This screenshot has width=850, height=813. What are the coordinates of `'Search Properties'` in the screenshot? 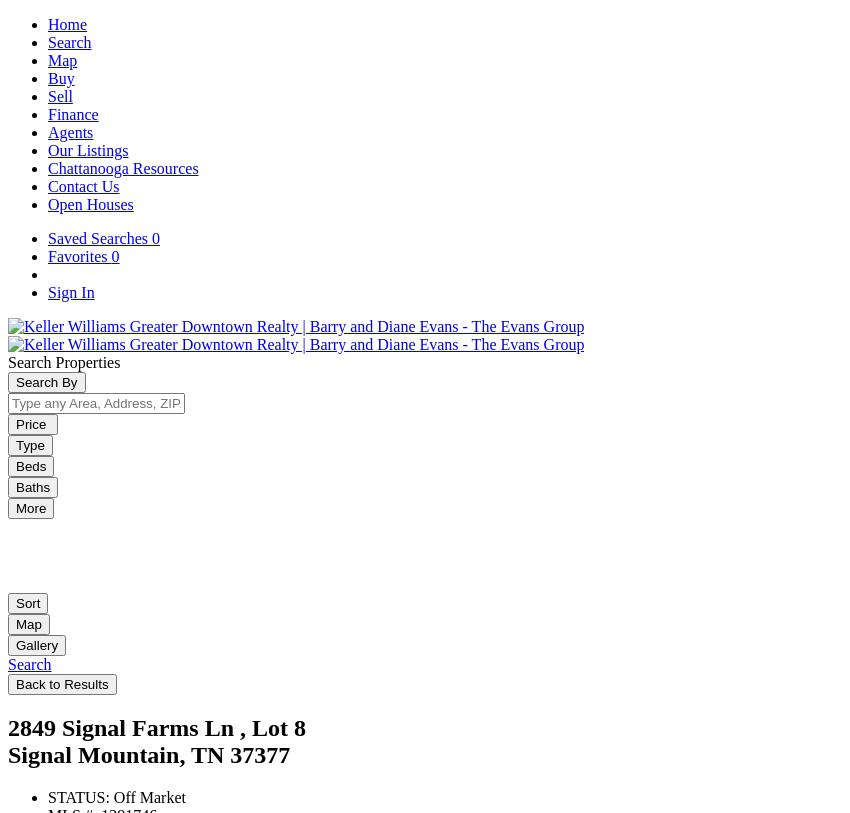 It's located at (64, 361).